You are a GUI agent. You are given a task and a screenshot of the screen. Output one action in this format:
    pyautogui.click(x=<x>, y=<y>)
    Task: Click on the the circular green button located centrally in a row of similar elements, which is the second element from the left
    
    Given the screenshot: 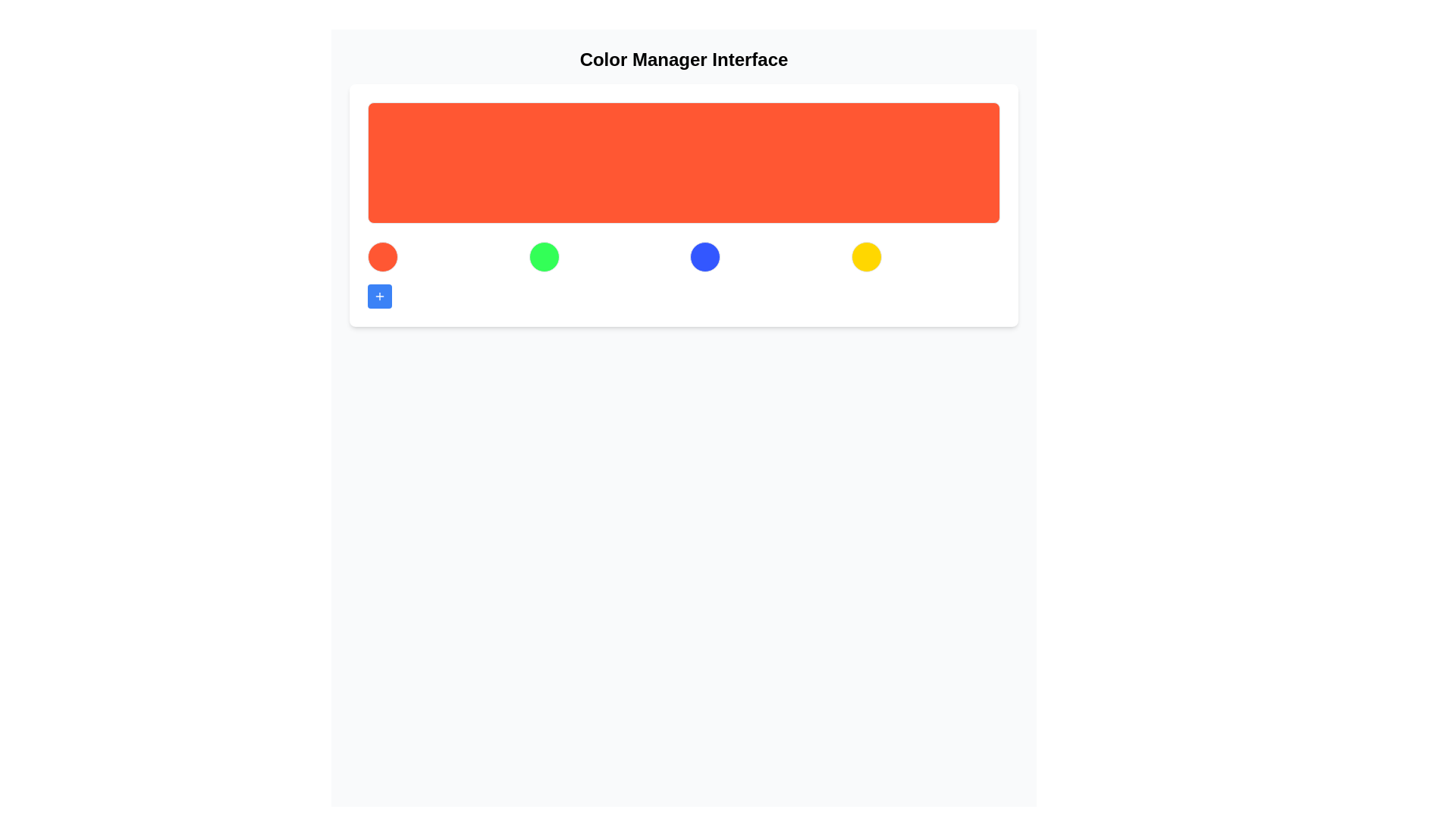 What is the action you would take?
    pyautogui.click(x=544, y=256)
    